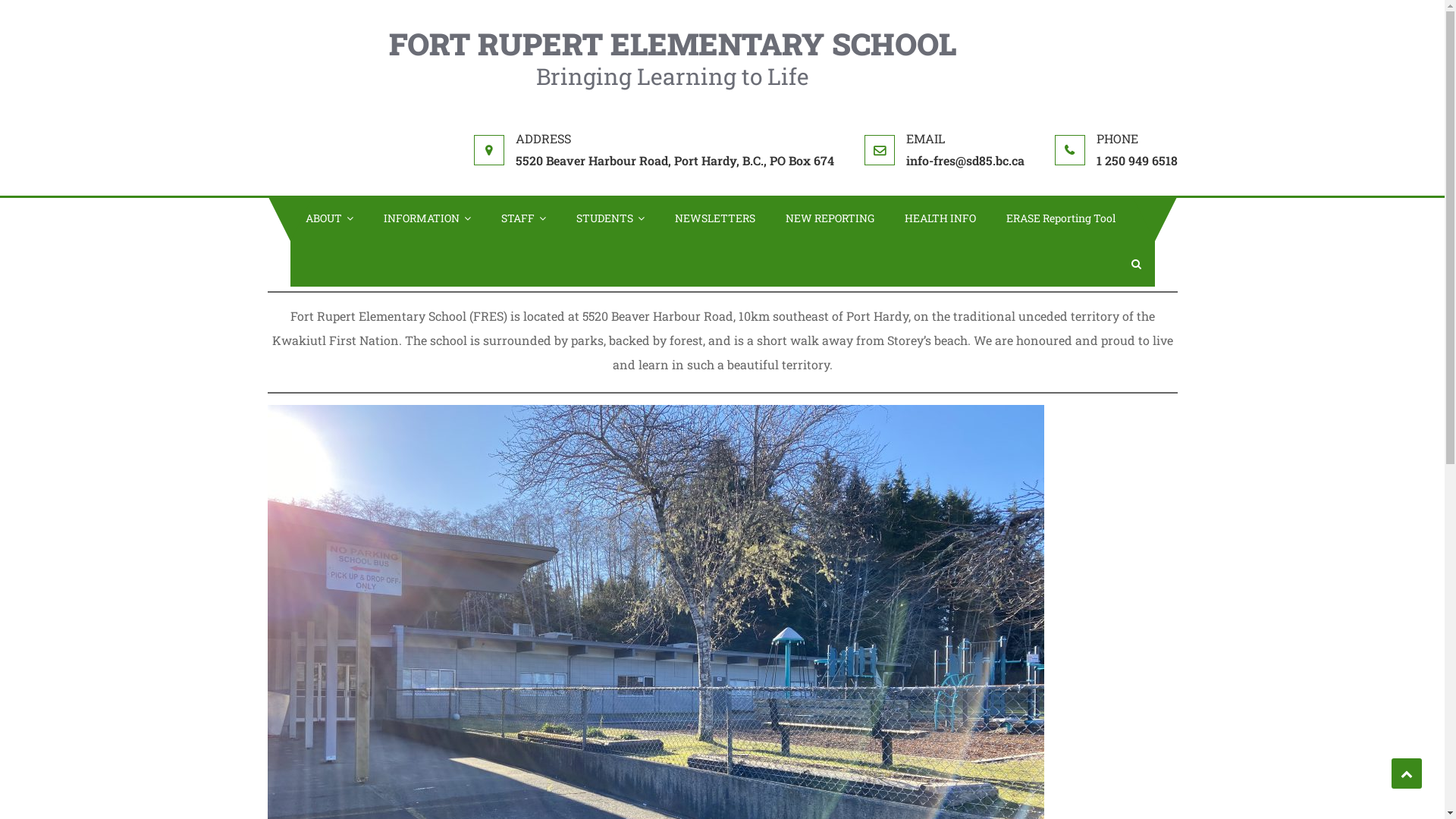 The height and width of the screenshot is (819, 1456). Describe the element at coordinates (714, 218) in the screenshot. I see `'NEWSLETTERS'` at that location.